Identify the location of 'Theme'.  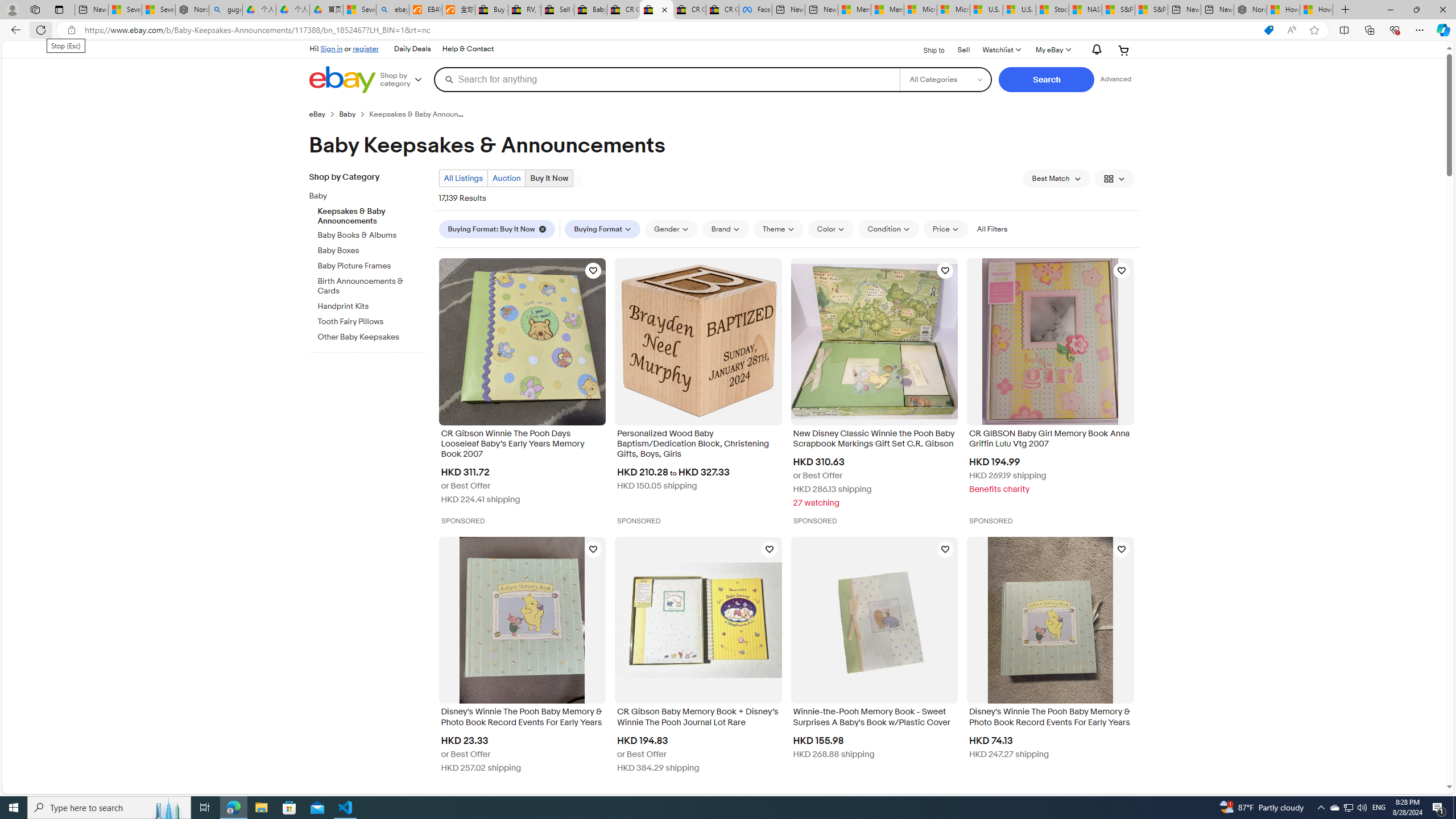
(777, 229).